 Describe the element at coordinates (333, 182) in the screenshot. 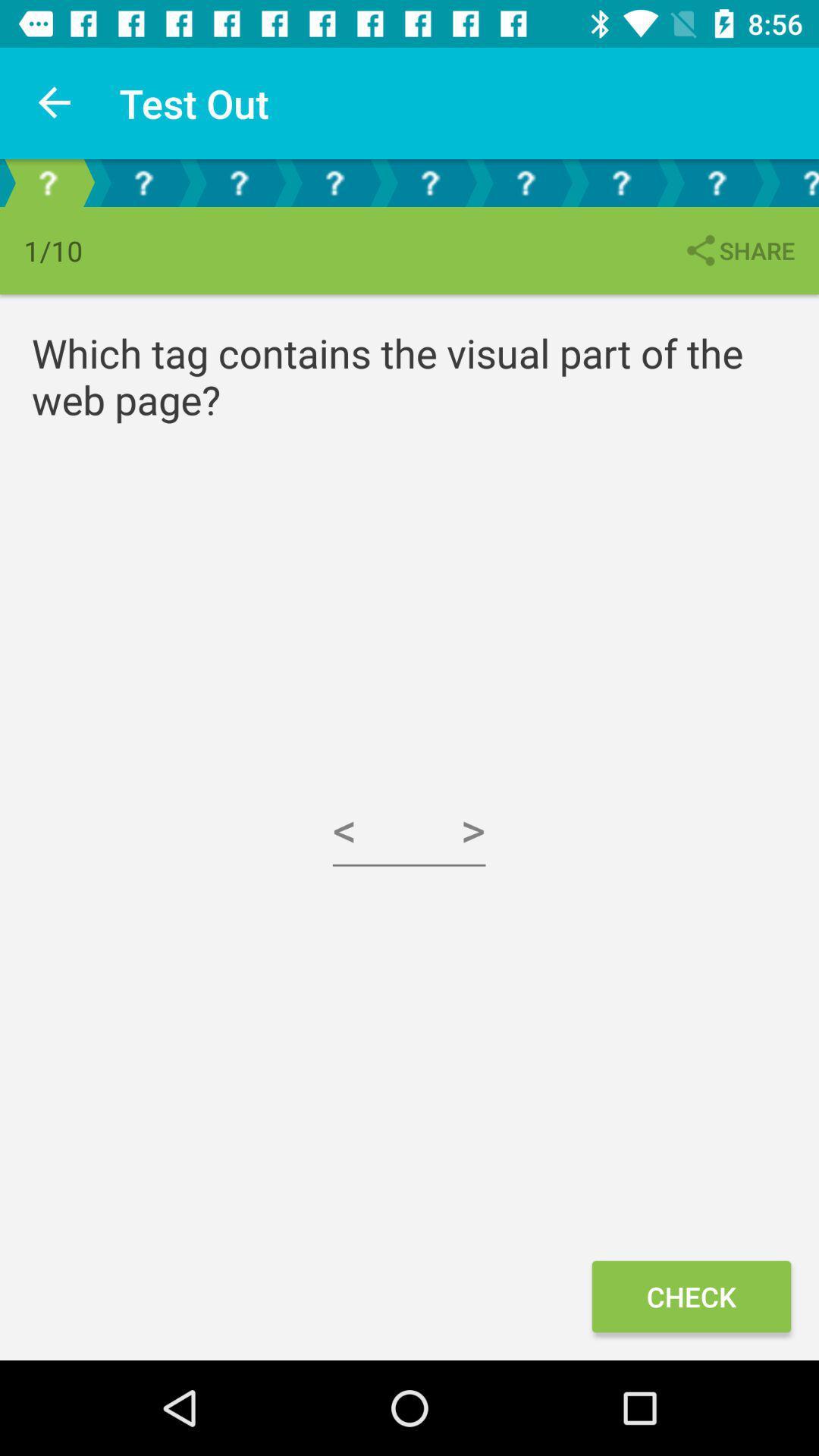

I see `fourth test section` at that location.